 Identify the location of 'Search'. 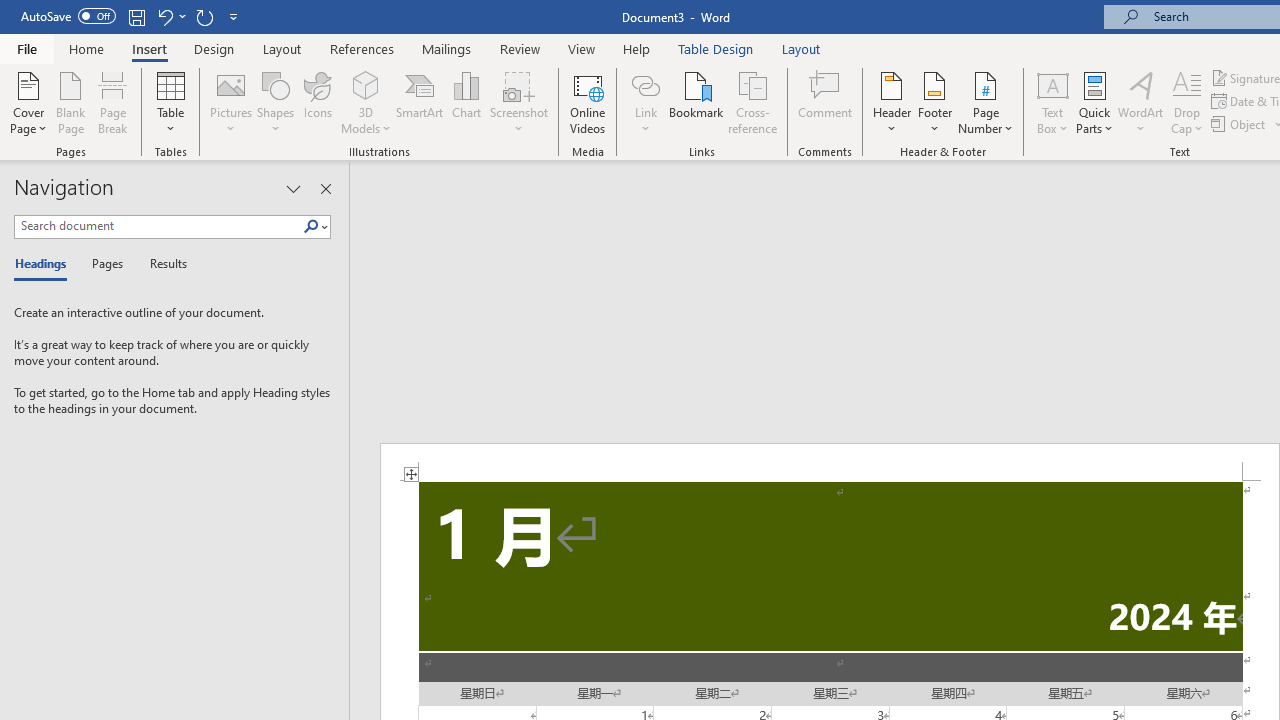
(314, 226).